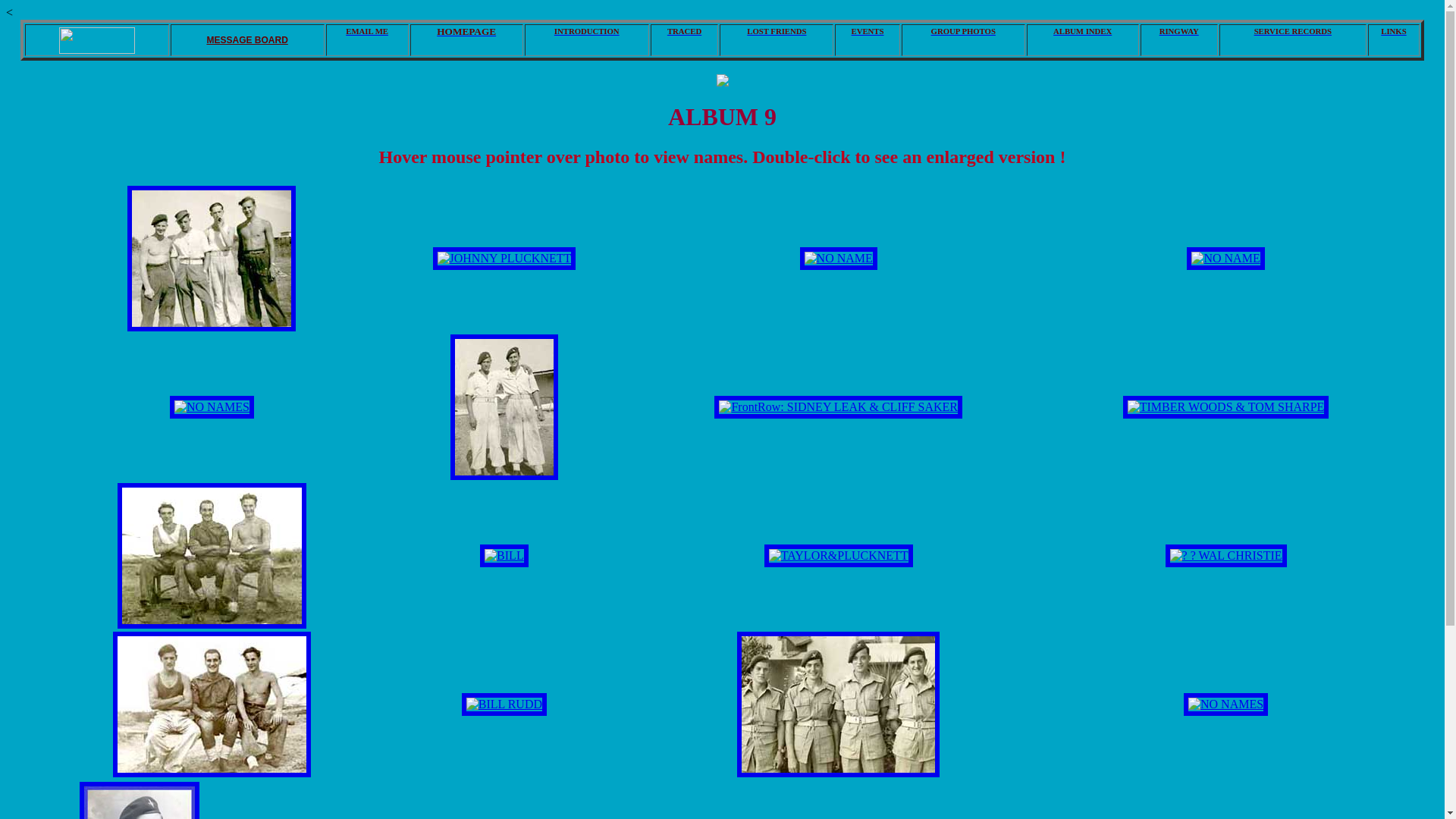 This screenshot has width=1456, height=819. I want to click on 'LOST FRIENDS', so click(720, 31).